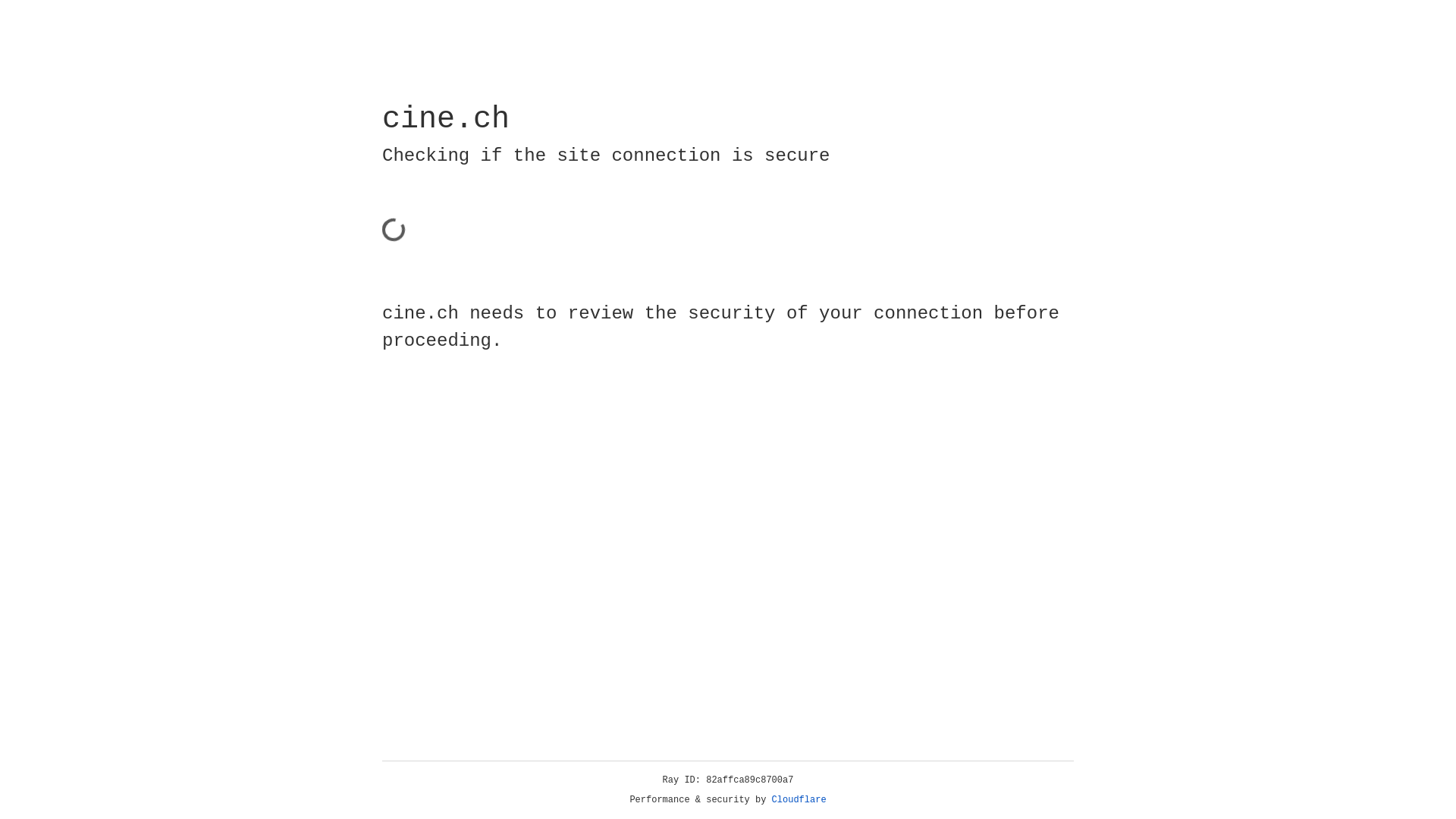  Describe the element at coordinates (771, 799) in the screenshot. I see `'Cloudflare'` at that location.